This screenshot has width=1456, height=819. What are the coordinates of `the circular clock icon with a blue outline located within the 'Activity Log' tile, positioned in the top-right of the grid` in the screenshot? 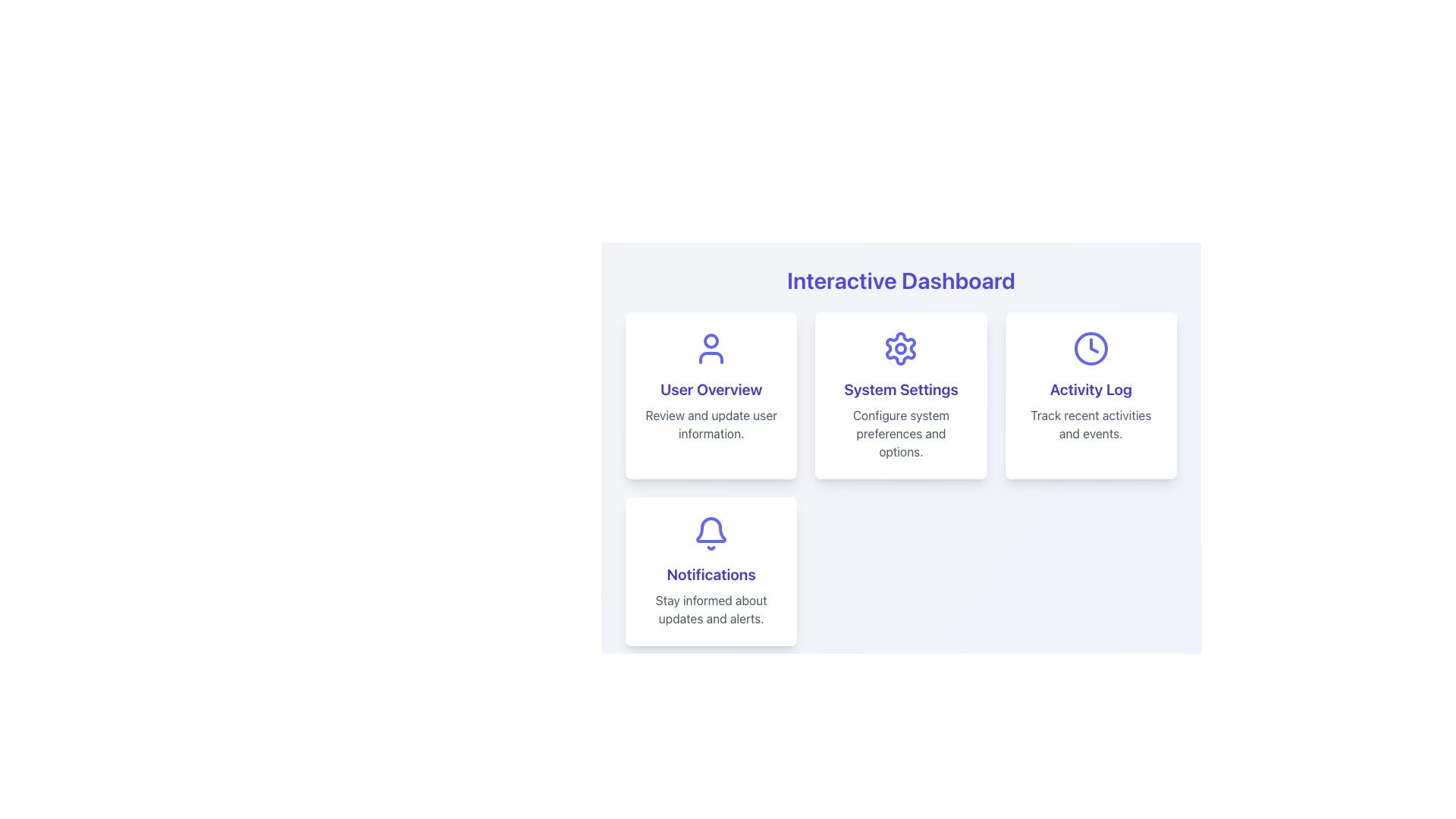 It's located at (1090, 348).